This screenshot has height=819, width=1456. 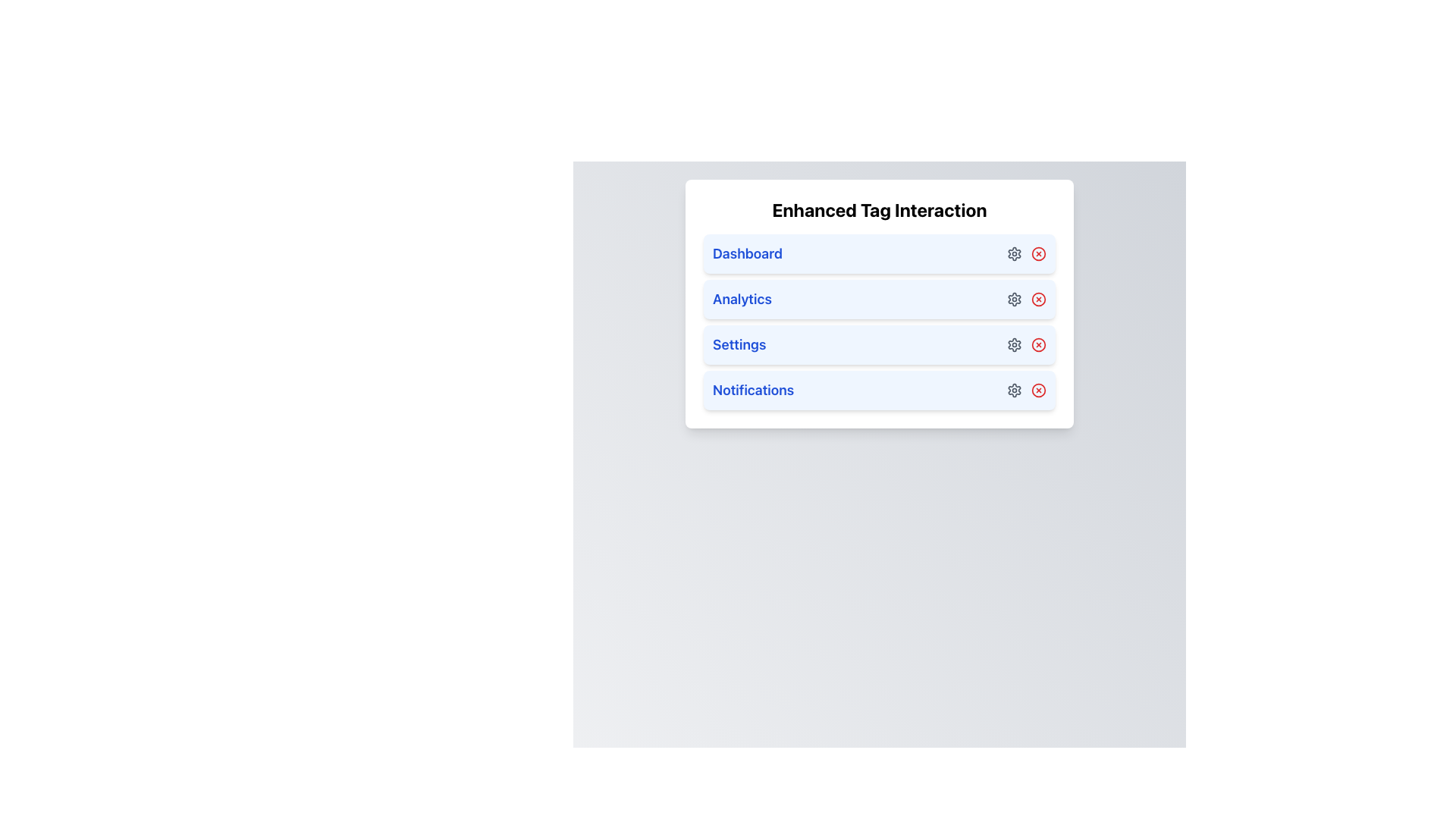 I want to click on the Circular SVG Icon that serves as the deletion button for the 'Settings' entry, located to the right of the 'Settings' text in the third row of the interaction list, so click(x=1037, y=345).